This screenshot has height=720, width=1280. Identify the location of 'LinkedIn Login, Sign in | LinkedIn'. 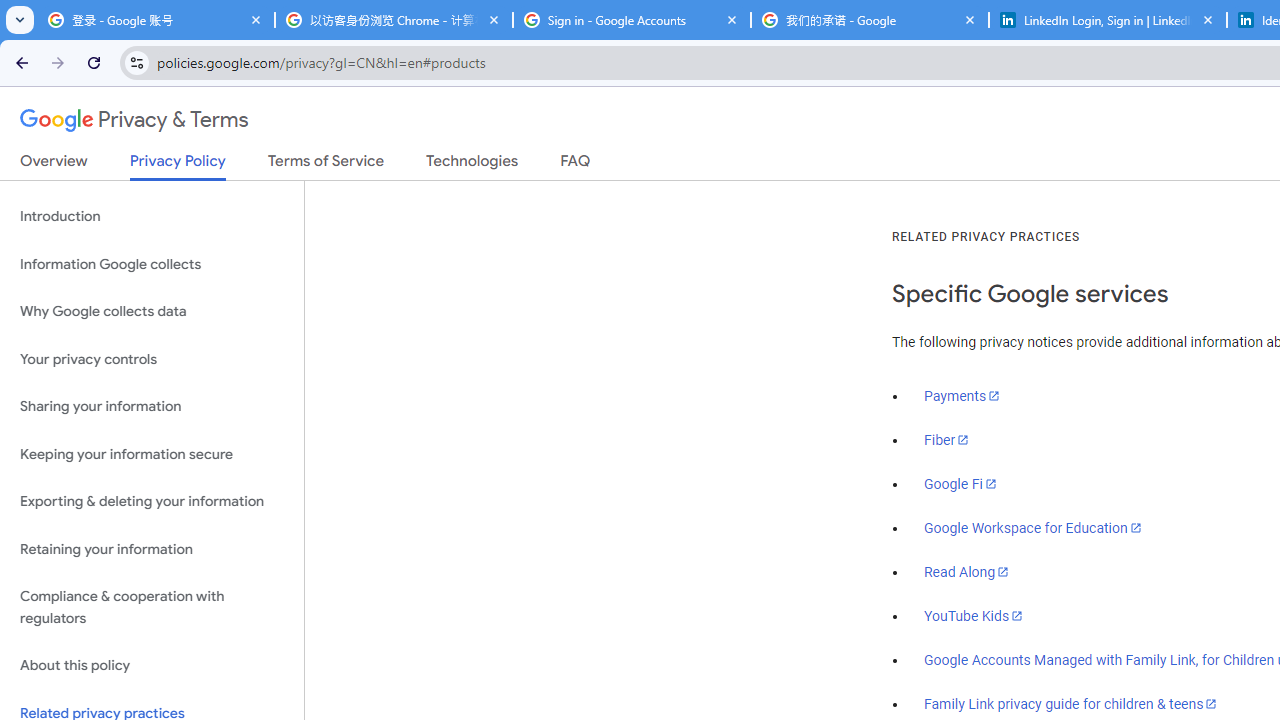
(1107, 20).